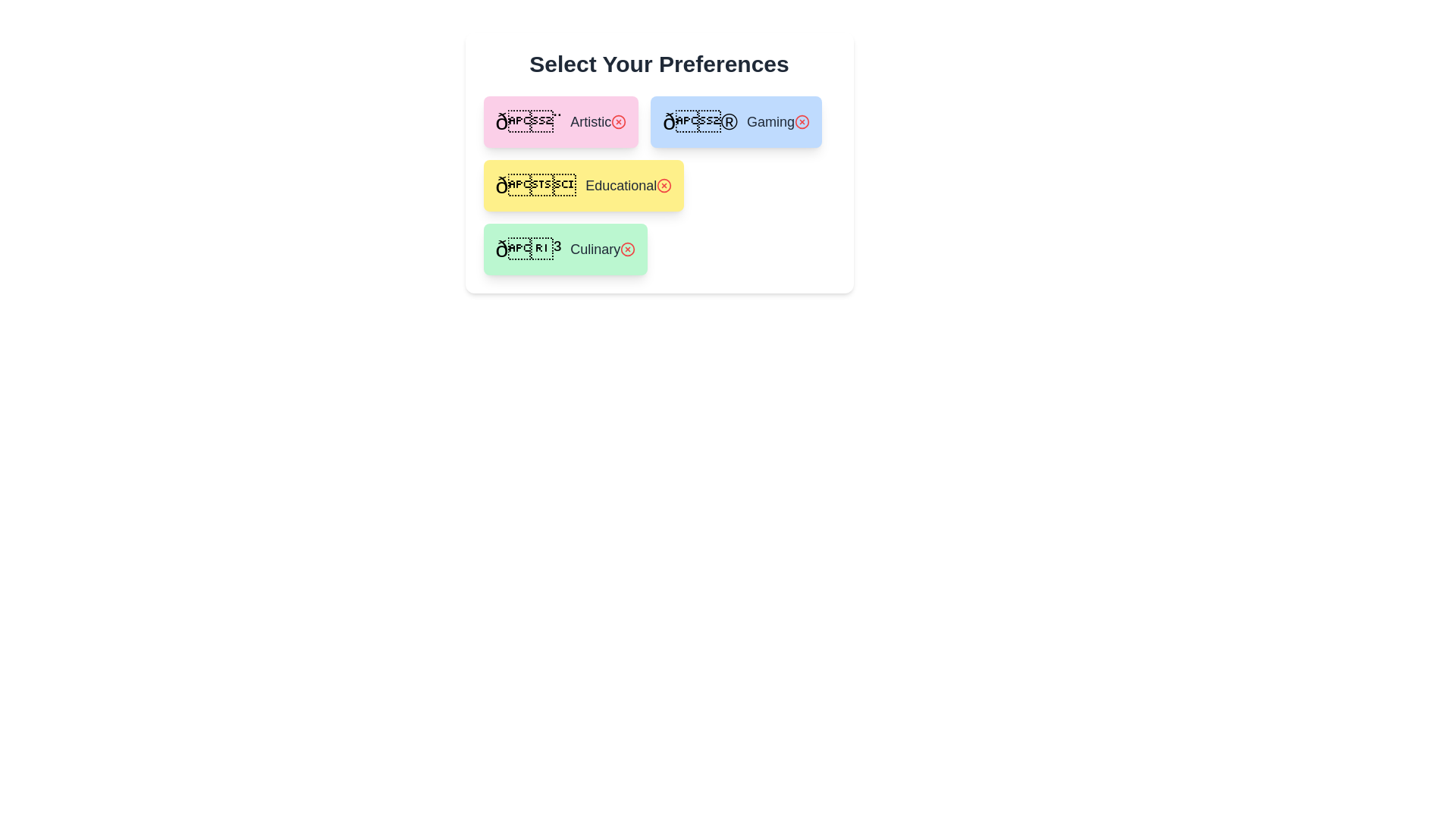 The width and height of the screenshot is (1456, 819). What do you see at coordinates (628, 248) in the screenshot?
I see `remove button for the preference labeled Culinary` at bounding box center [628, 248].